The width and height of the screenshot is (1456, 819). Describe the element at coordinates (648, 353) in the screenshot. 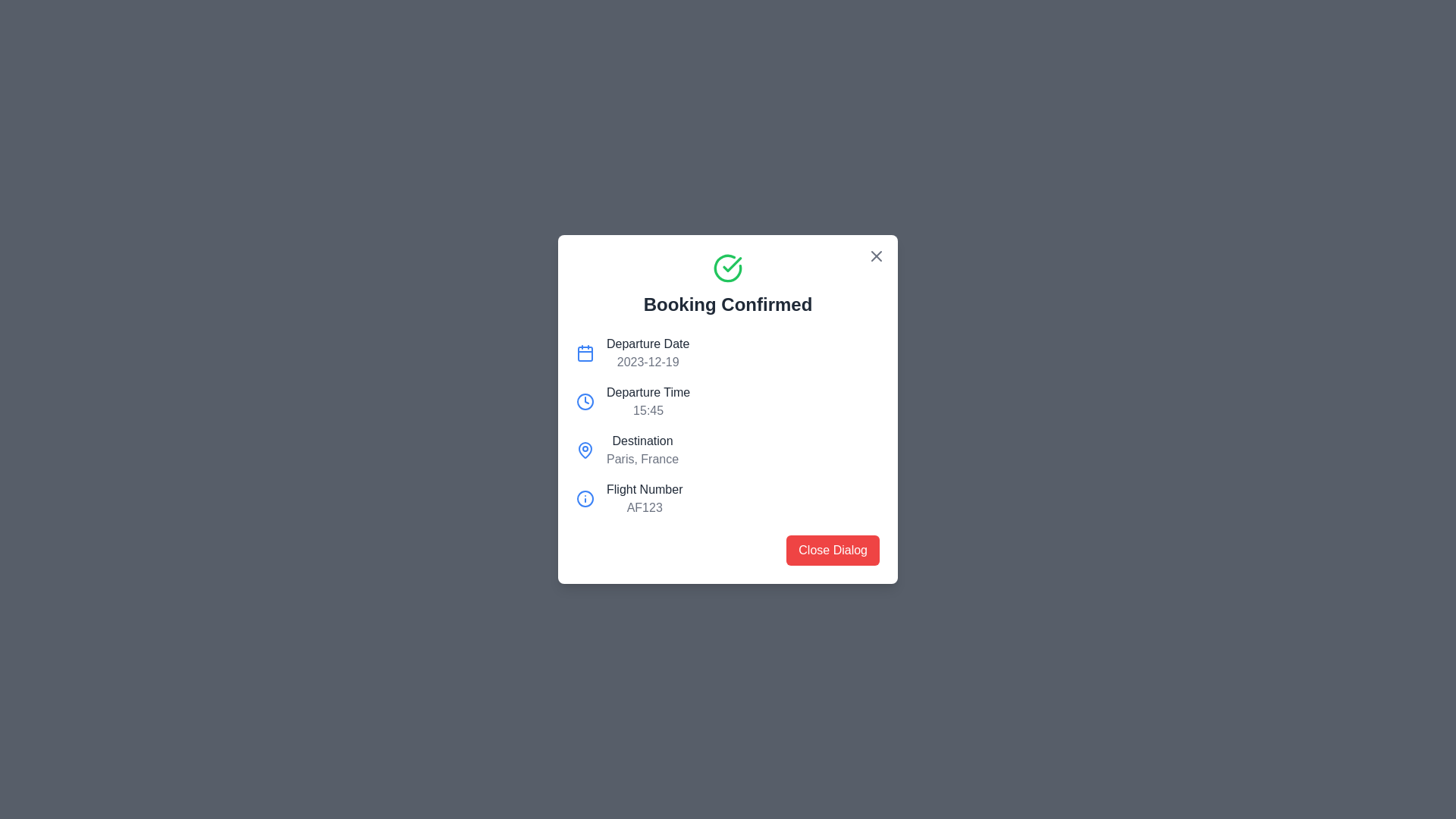

I see `the static text display showing 'Departure Date' and the date '2023-12-19' in the top-left section of the booking details list` at that location.